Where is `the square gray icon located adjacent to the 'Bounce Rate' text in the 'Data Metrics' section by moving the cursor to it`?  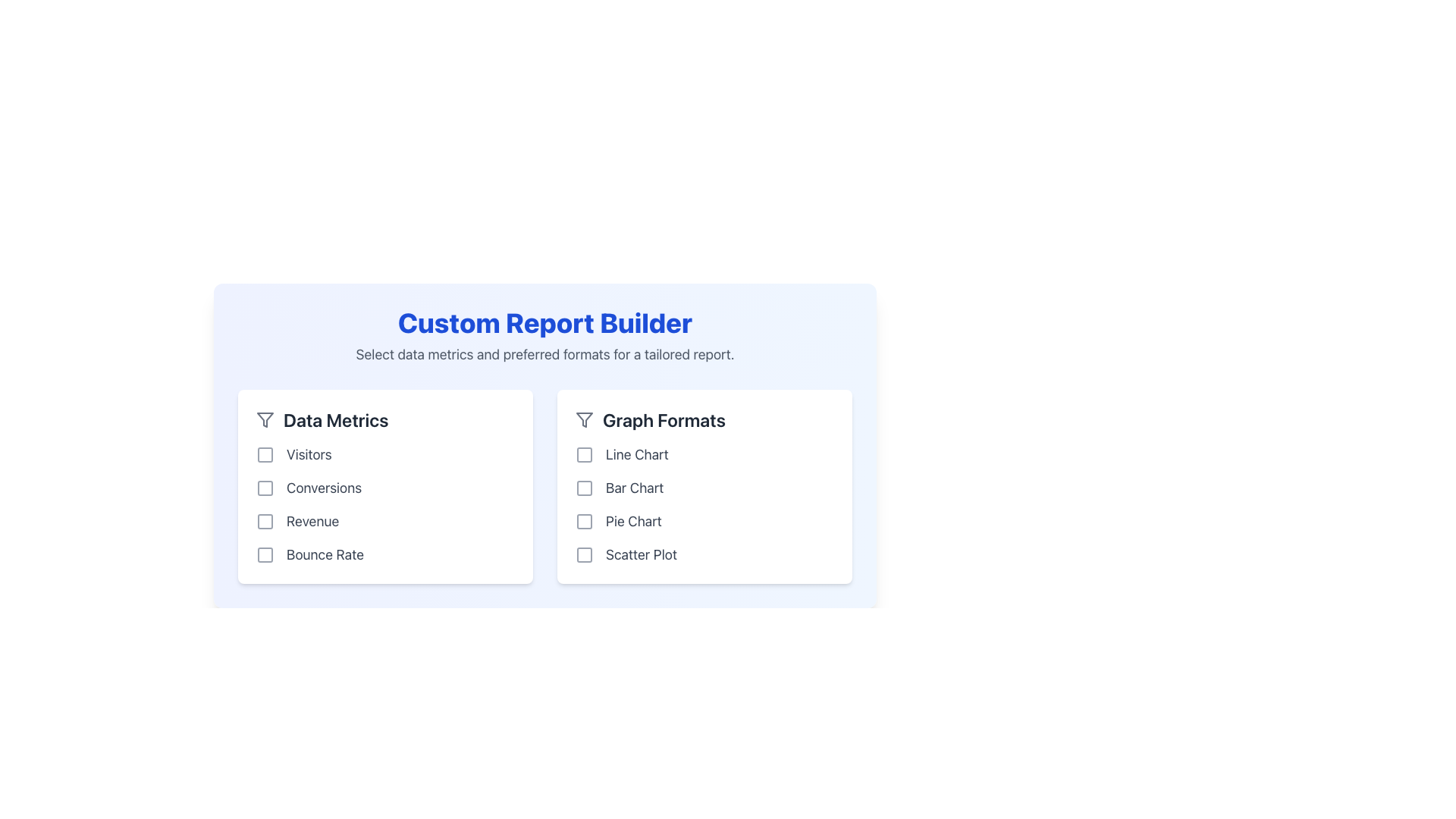
the square gray icon located adjacent to the 'Bounce Rate' text in the 'Data Metrics' section by moving the cursor to it is located at coordinates (265, 555).